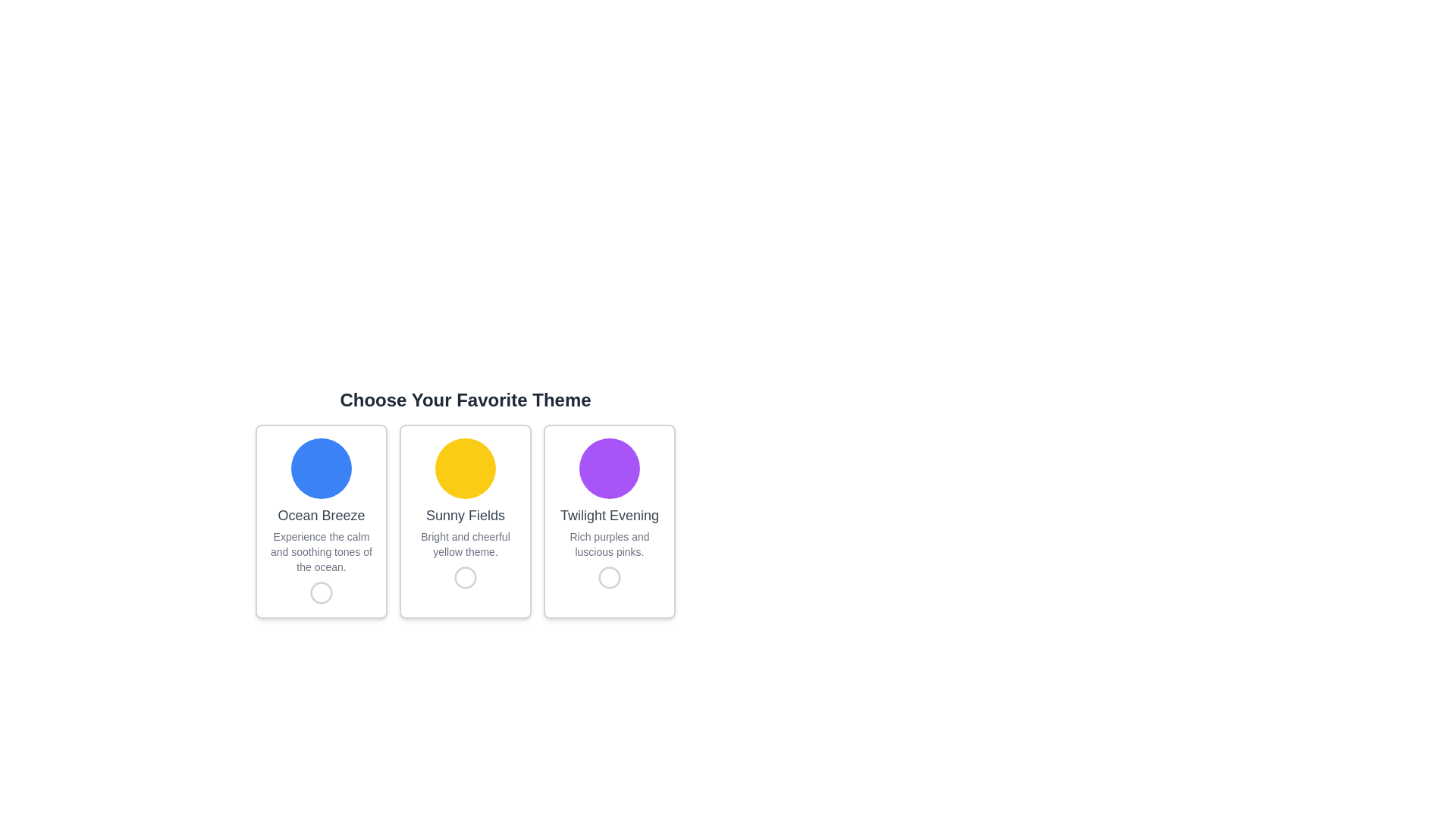 This screenshot has height=819, width=1456. I want to click on displayed text of the Text label serving as a title for the 'Twilight Evening' theme option, located below a circular purple graphic in the card layout, so click(610, 514).